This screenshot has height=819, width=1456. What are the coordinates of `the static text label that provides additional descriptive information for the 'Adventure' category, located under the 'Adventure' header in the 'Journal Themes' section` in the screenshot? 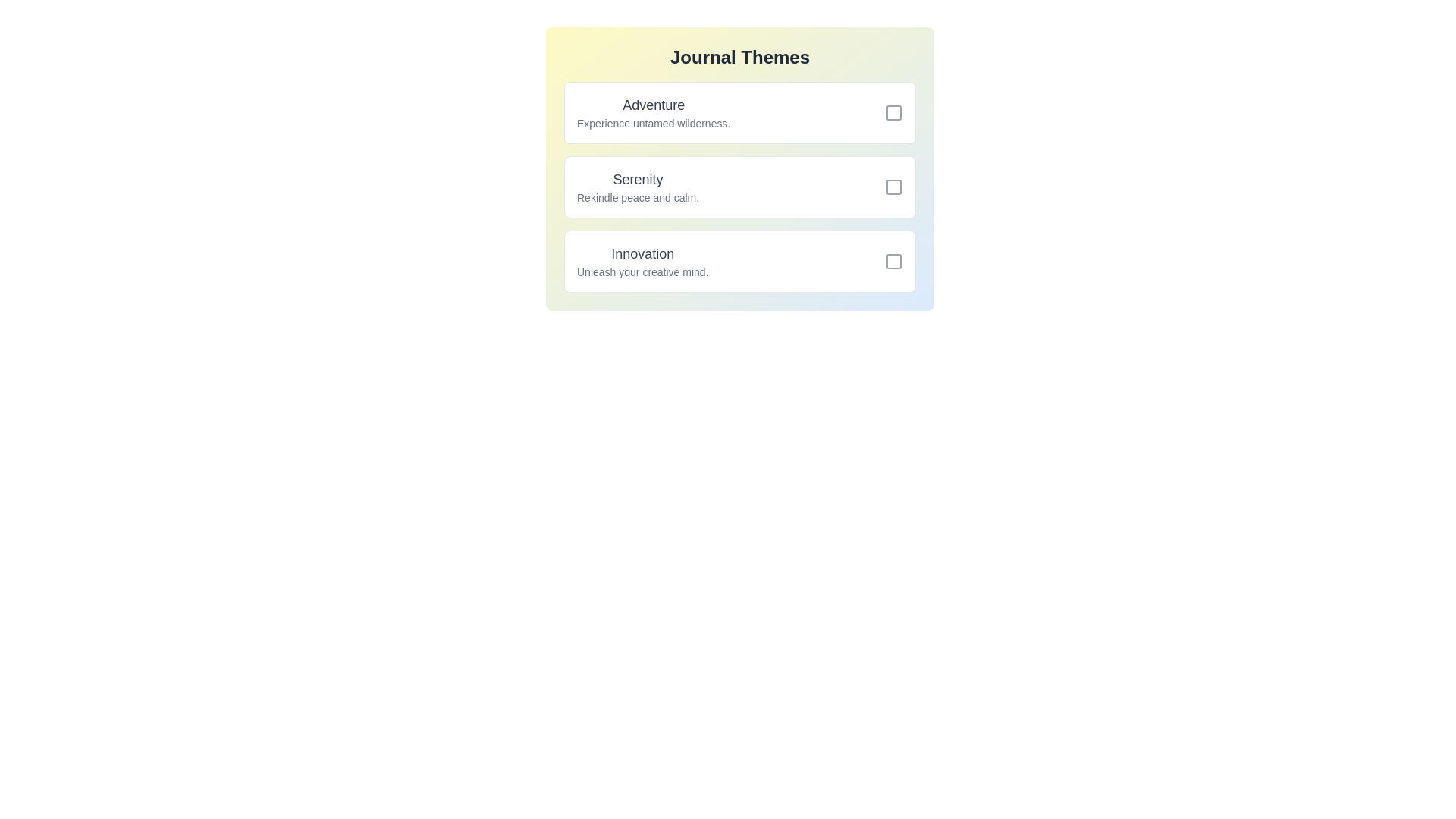 It's located at (654, 122).